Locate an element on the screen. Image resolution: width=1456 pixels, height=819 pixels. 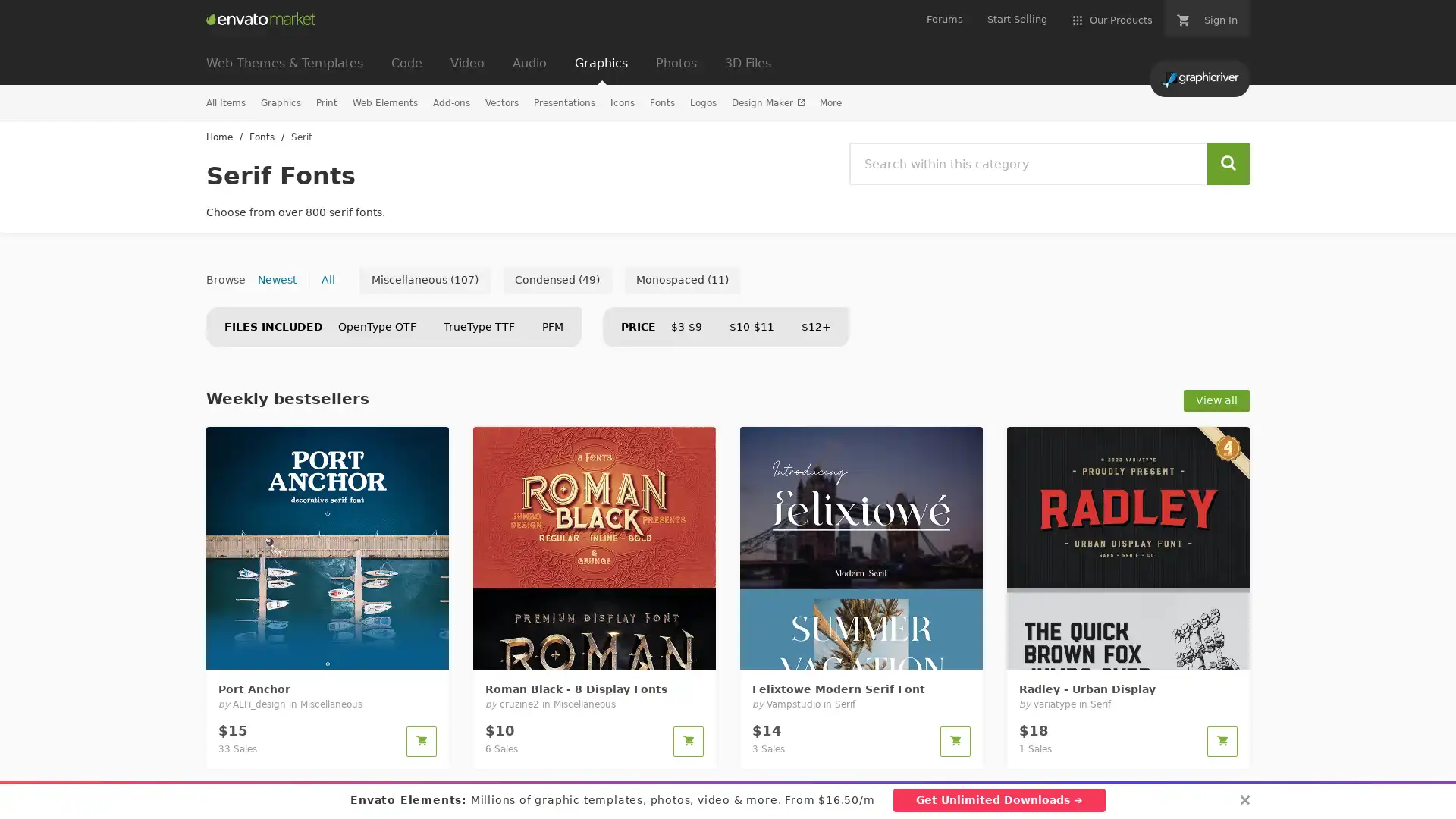
Add to cart is located at coordinates (422, 741).